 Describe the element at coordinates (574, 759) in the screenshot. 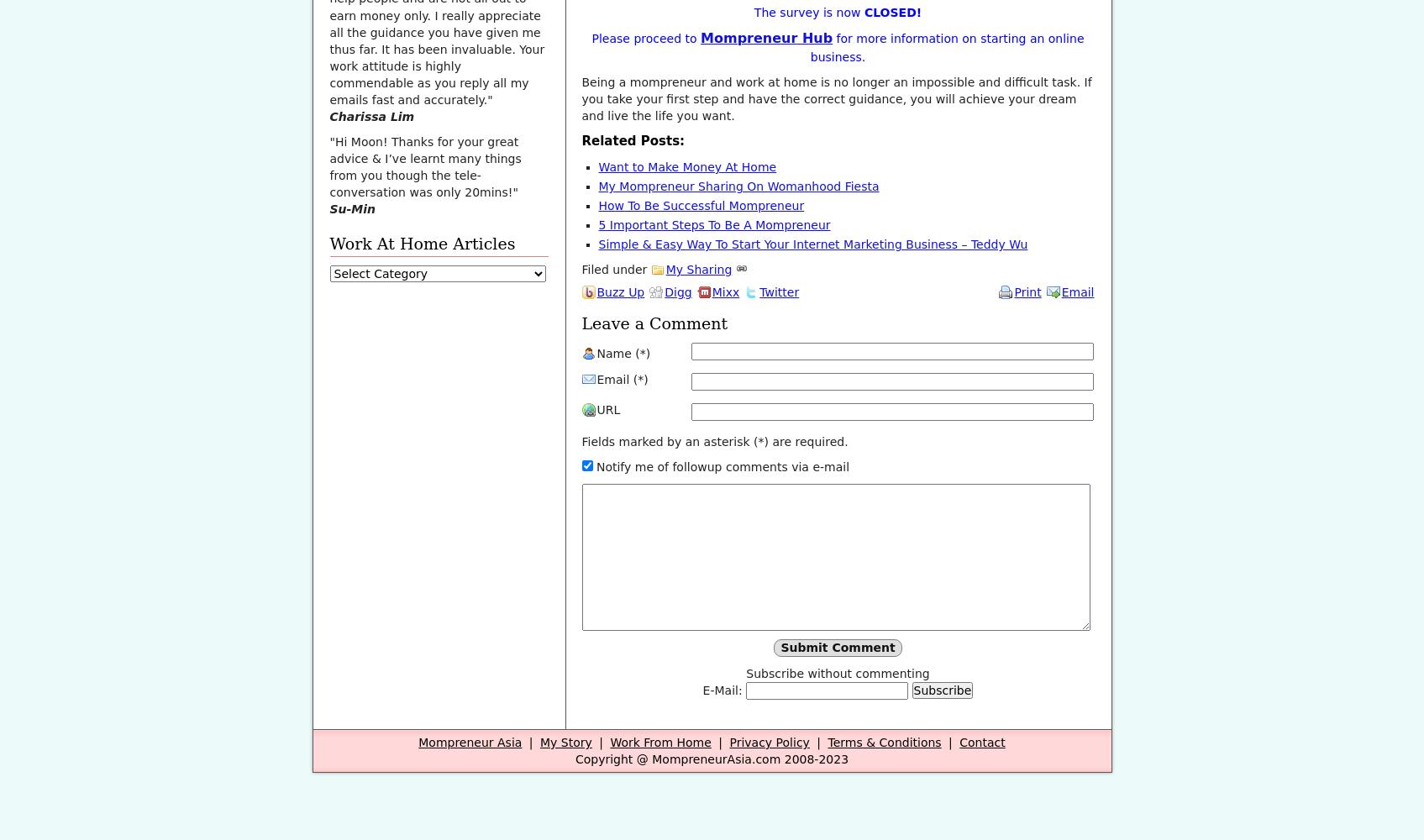

I see `'Copyright @ MompreneurAsia.com 2008-2023'` at that location.